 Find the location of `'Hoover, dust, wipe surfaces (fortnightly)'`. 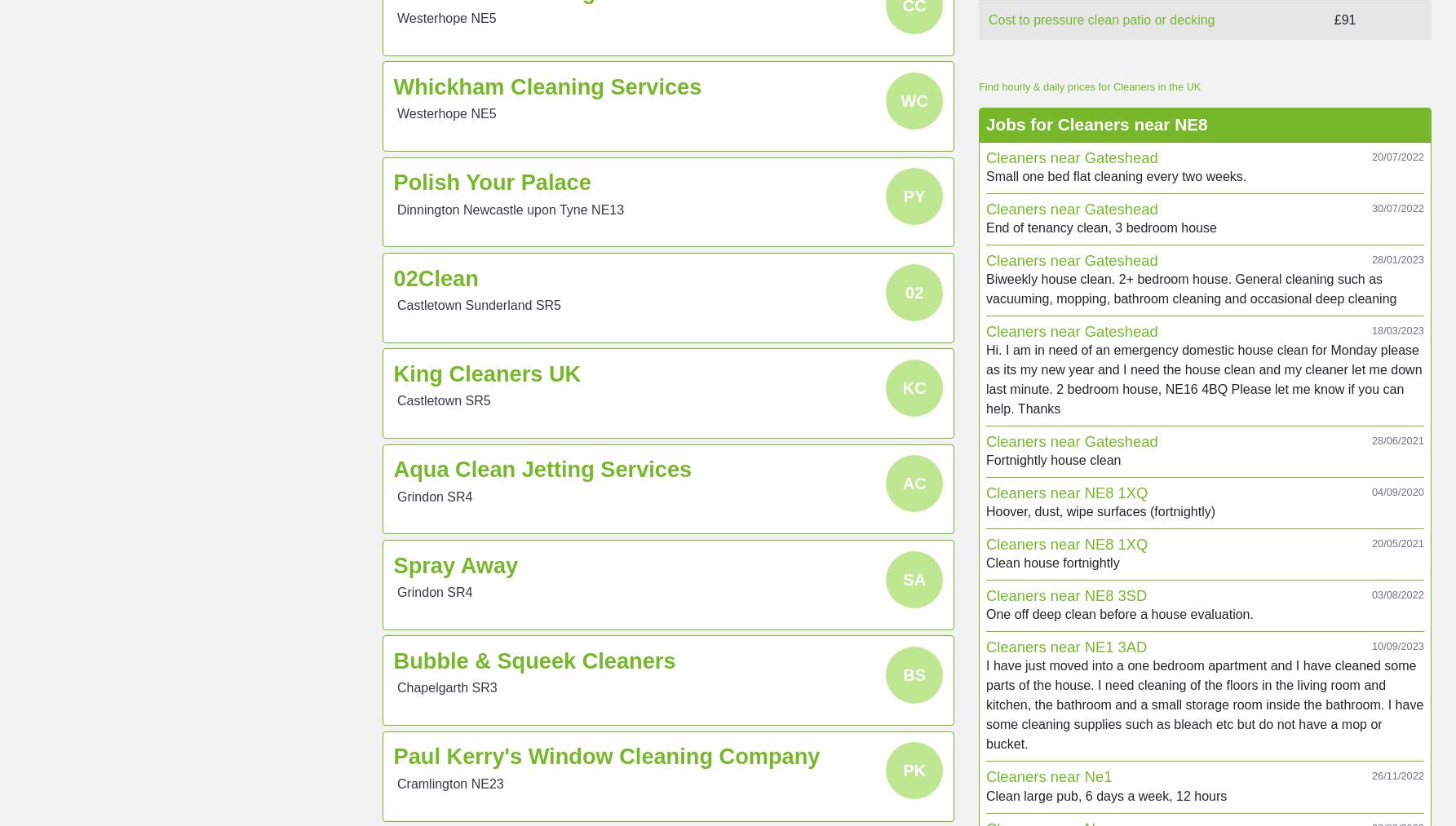

'Hoover, dust, wipe surfaces (fortnightly)' is located at coordinates (1100, 510).